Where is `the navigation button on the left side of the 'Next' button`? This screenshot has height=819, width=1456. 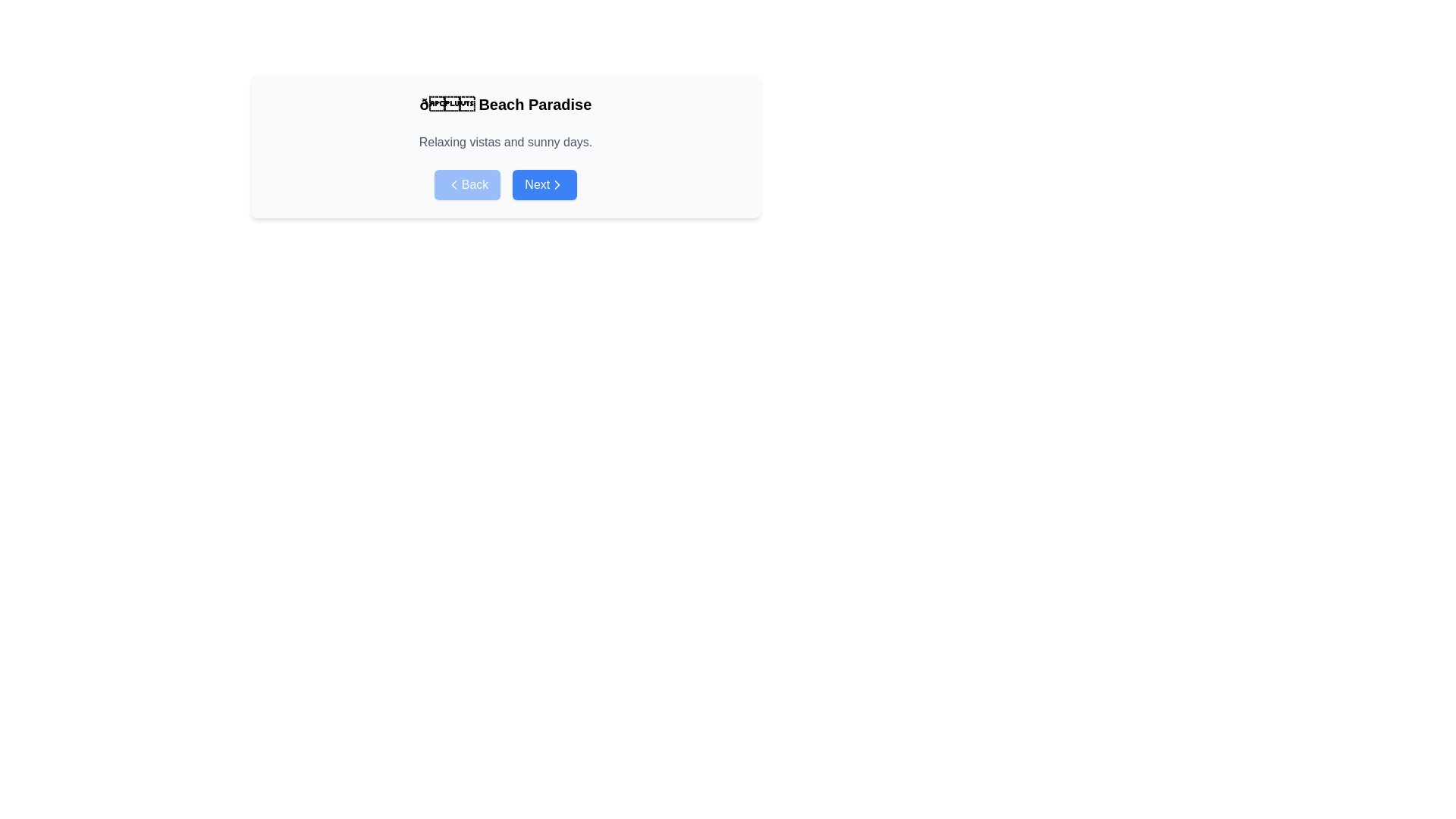 the navigation button on the left side of the 'Next' button is located at coordinates (466, 184).